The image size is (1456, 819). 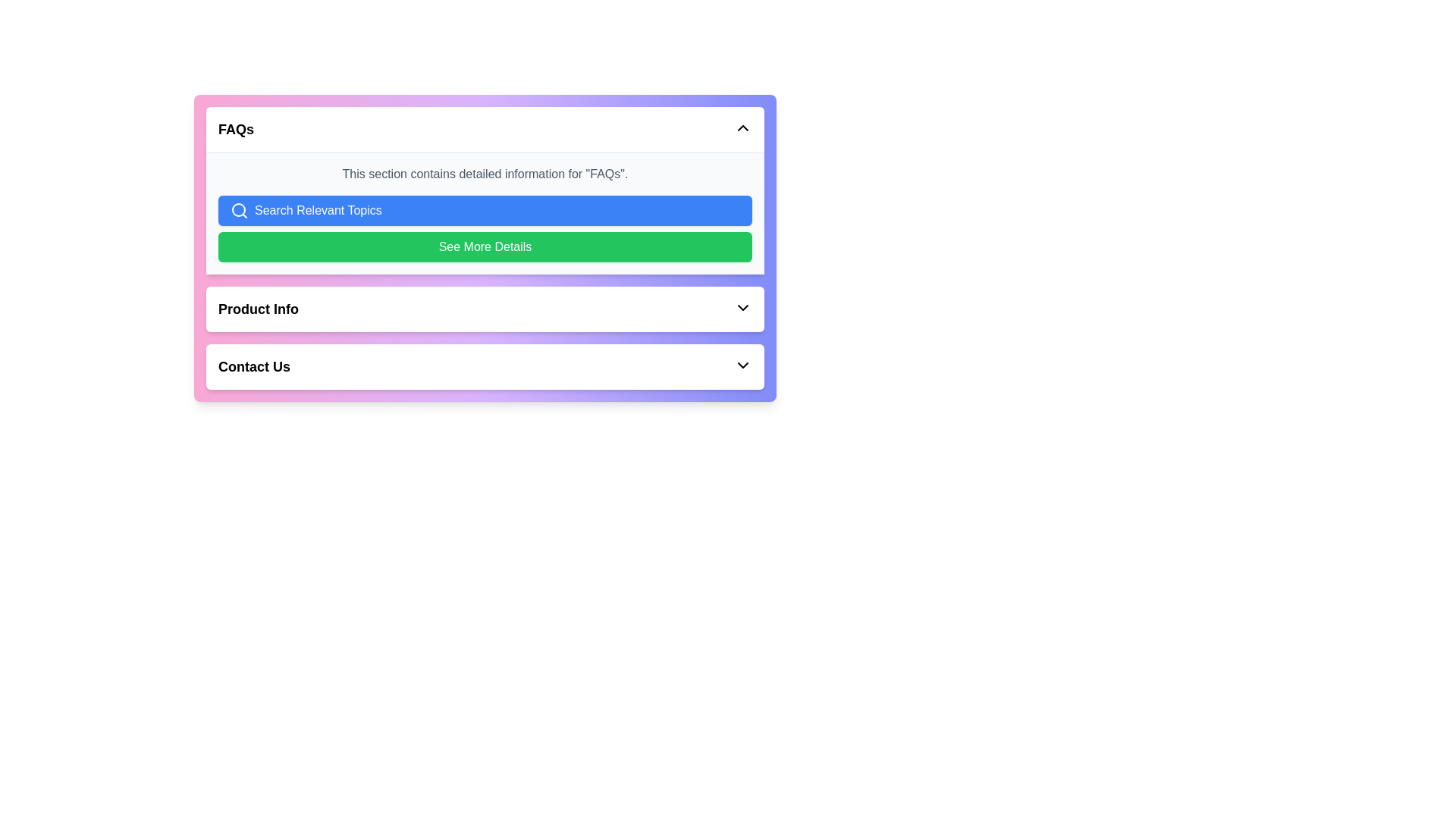 What do you see at coordinates (238, 210) in the screenshot?
I see `the decorative vector graphic circle that is part of the search icon, located to the left of the 'Search Relevant Topics' text on the blue rectangle button in the 'FAQs' section` at bounding box center [238, 210].